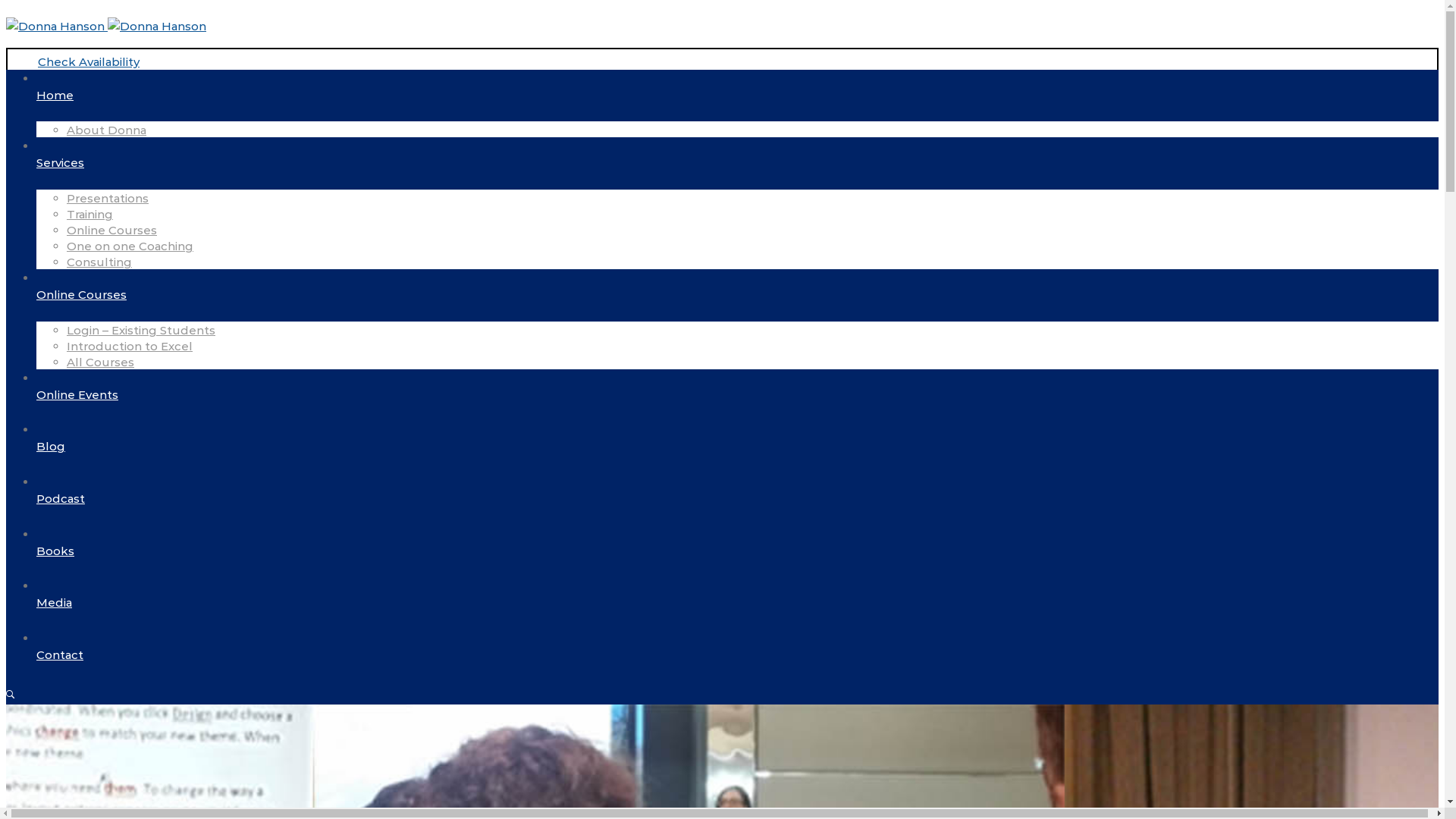  I want to click on 'Presentations', so click(752, 198).